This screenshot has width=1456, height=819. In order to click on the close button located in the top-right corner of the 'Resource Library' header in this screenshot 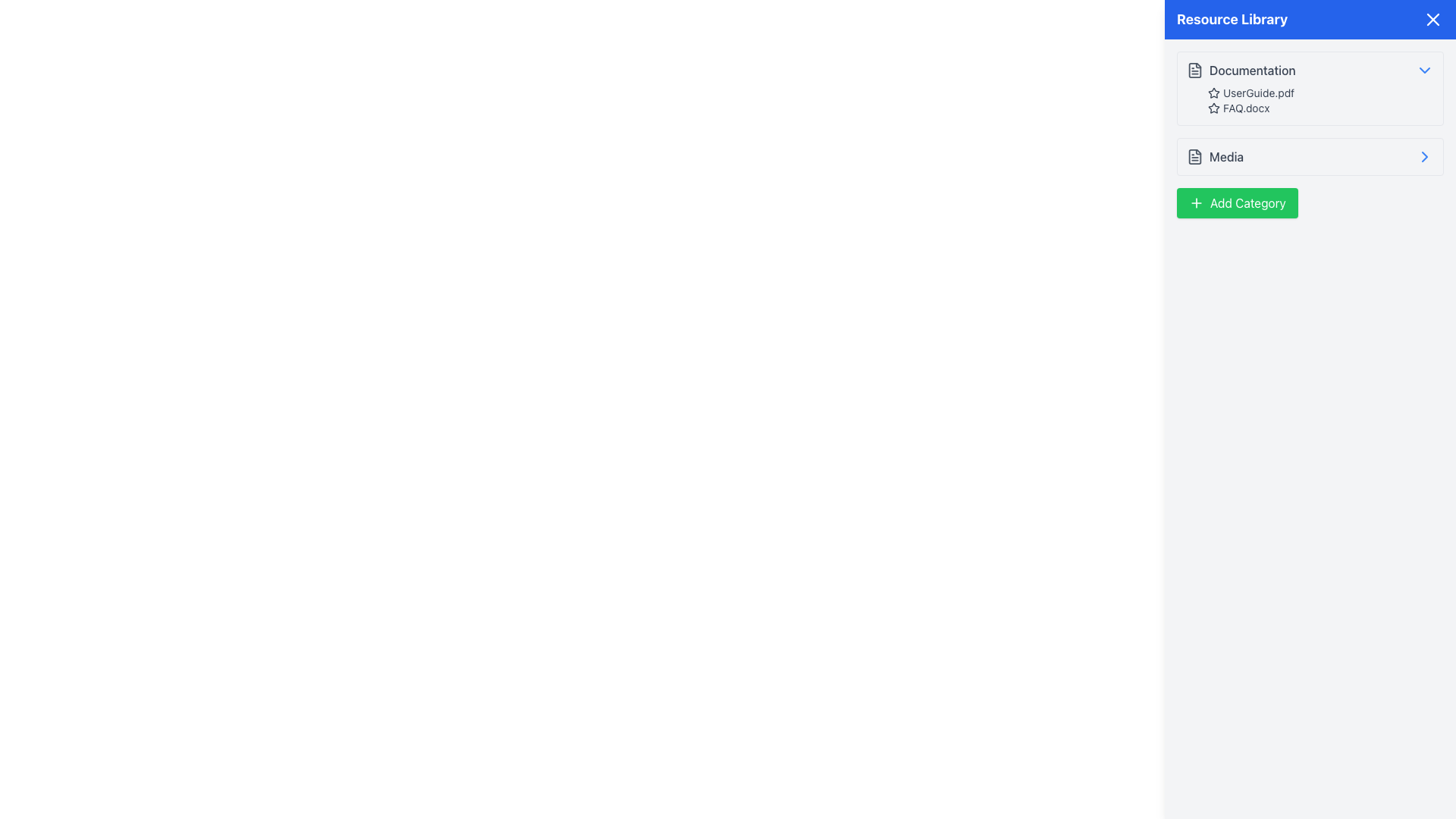, I will do `click(1432, 20)`.